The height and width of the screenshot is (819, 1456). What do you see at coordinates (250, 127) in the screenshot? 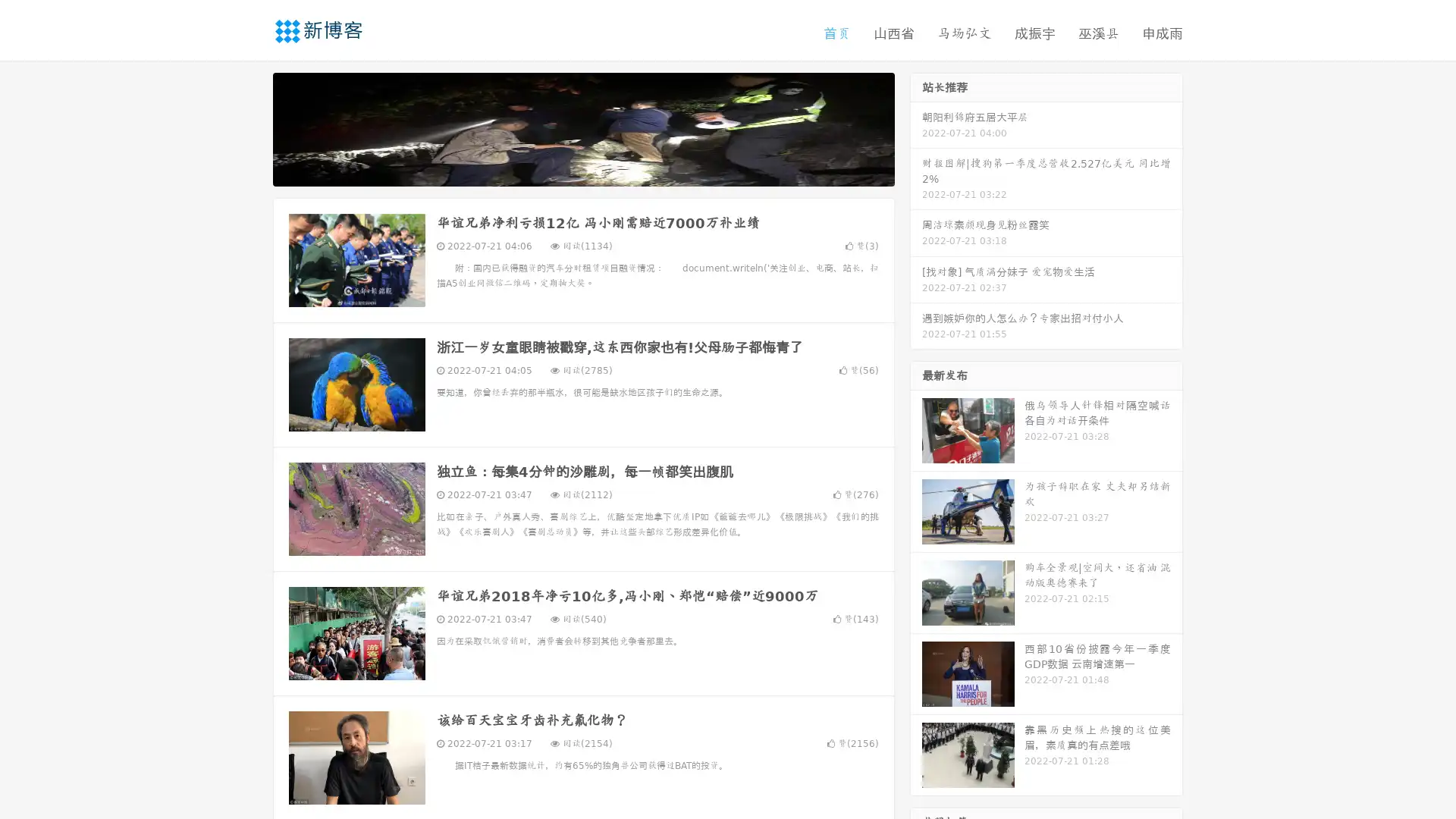
I see `Previous slide` at bounding box center [250, 127].